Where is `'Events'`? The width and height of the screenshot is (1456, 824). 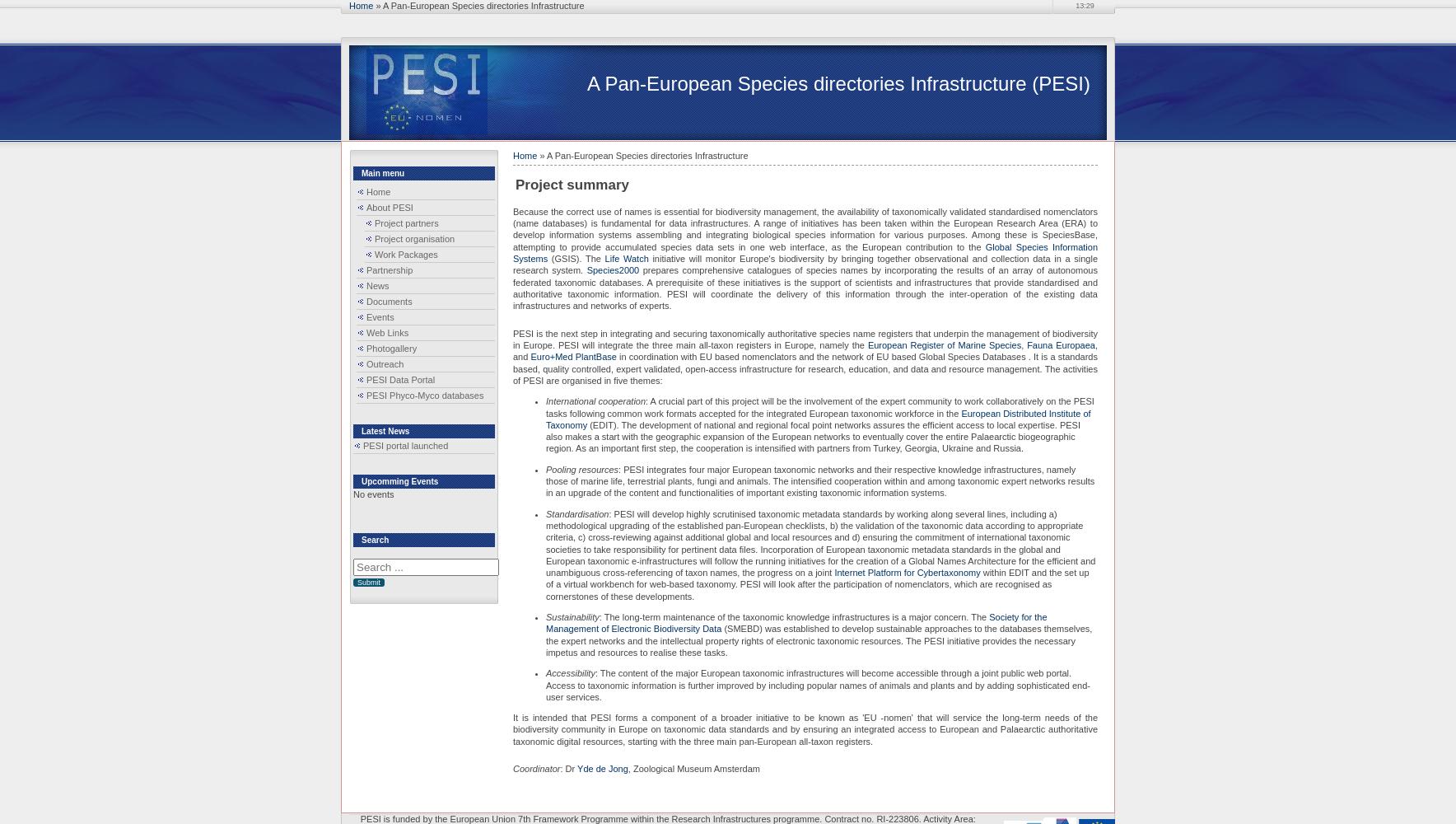 'Events' is located at coordinates (379, 317).